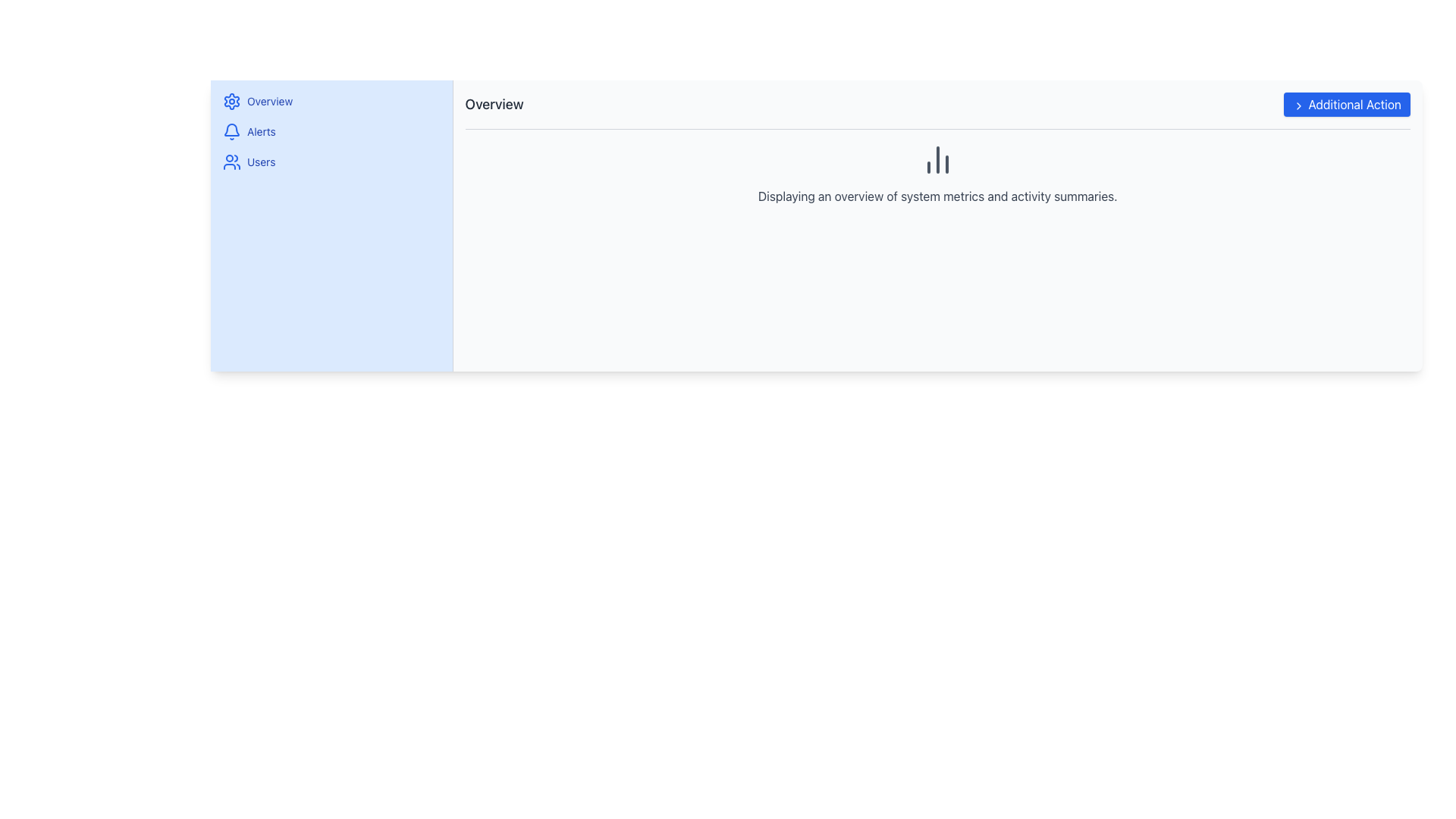 Image resolution: width=1456 pixels, height=819 pixels. What do you see at coordinates (231, 130) in the screenshot?
I see `the bell icon located near the top-center of the blue sidebar, to the left of the text 'Alerts'` at bounding box center [231, 130].